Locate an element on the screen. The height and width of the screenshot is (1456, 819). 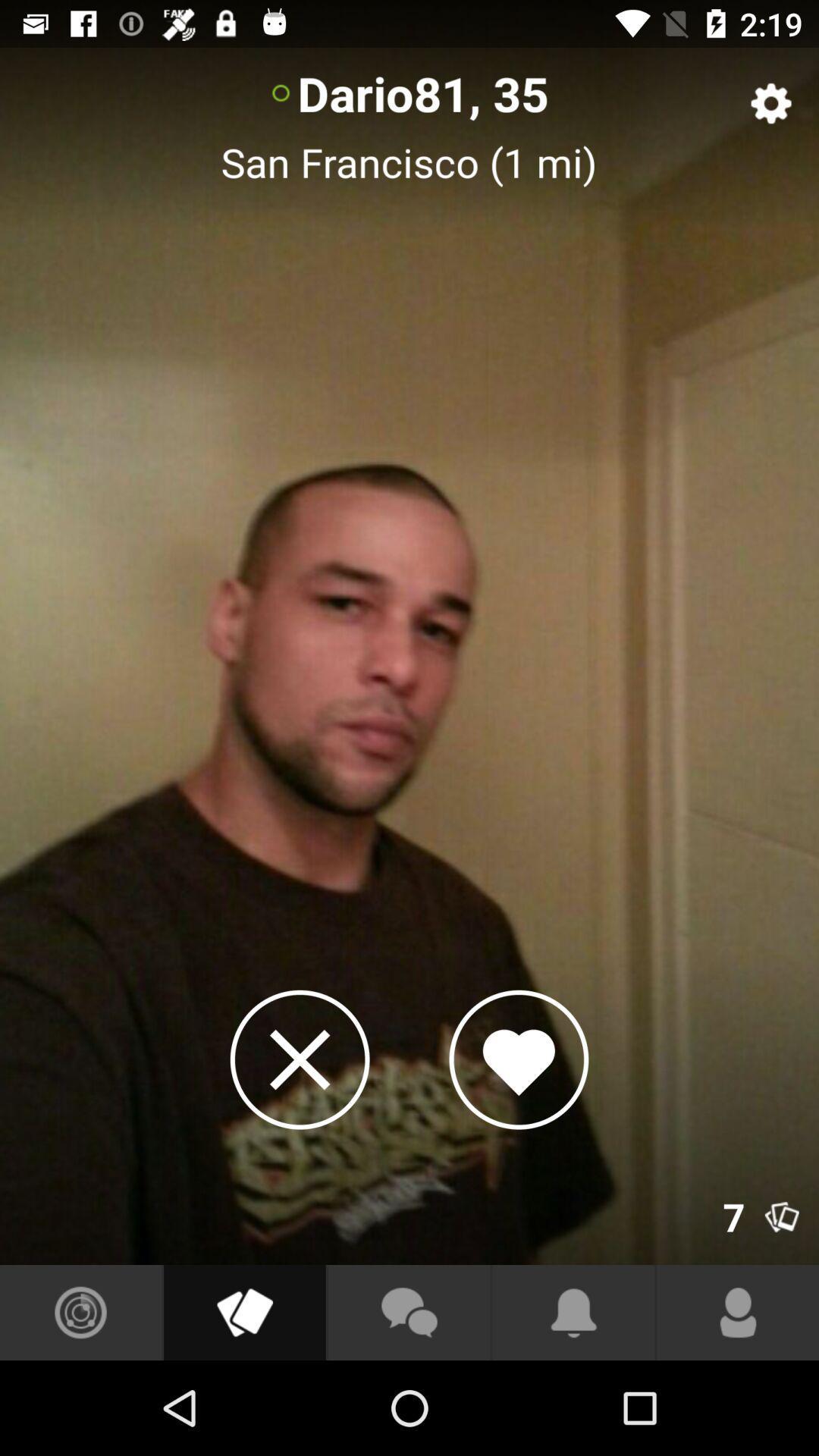
the volume icon is located at coordinates (243, 1312).